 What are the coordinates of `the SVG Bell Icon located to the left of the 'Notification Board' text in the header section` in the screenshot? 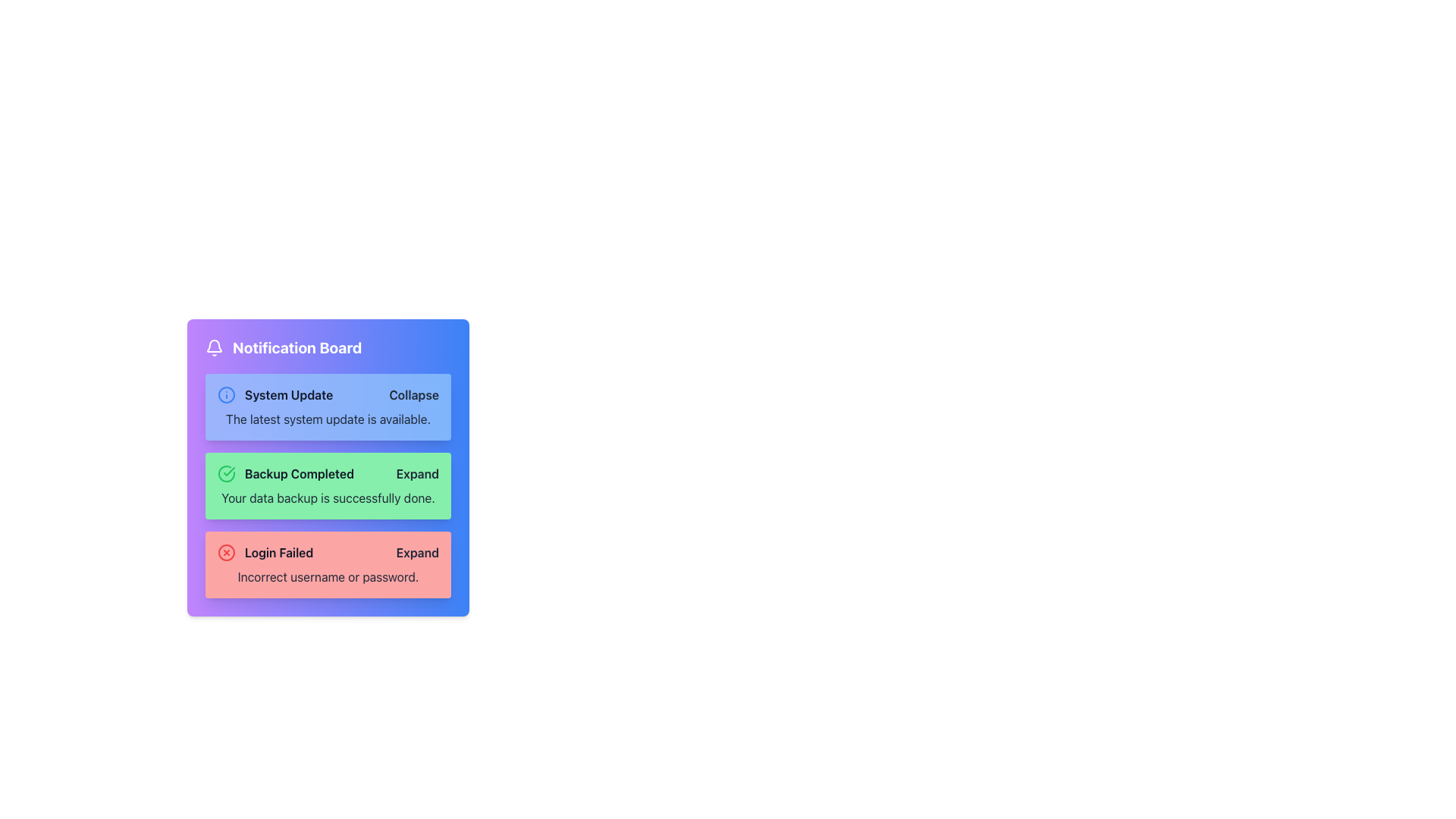 It's located at (214, 348).